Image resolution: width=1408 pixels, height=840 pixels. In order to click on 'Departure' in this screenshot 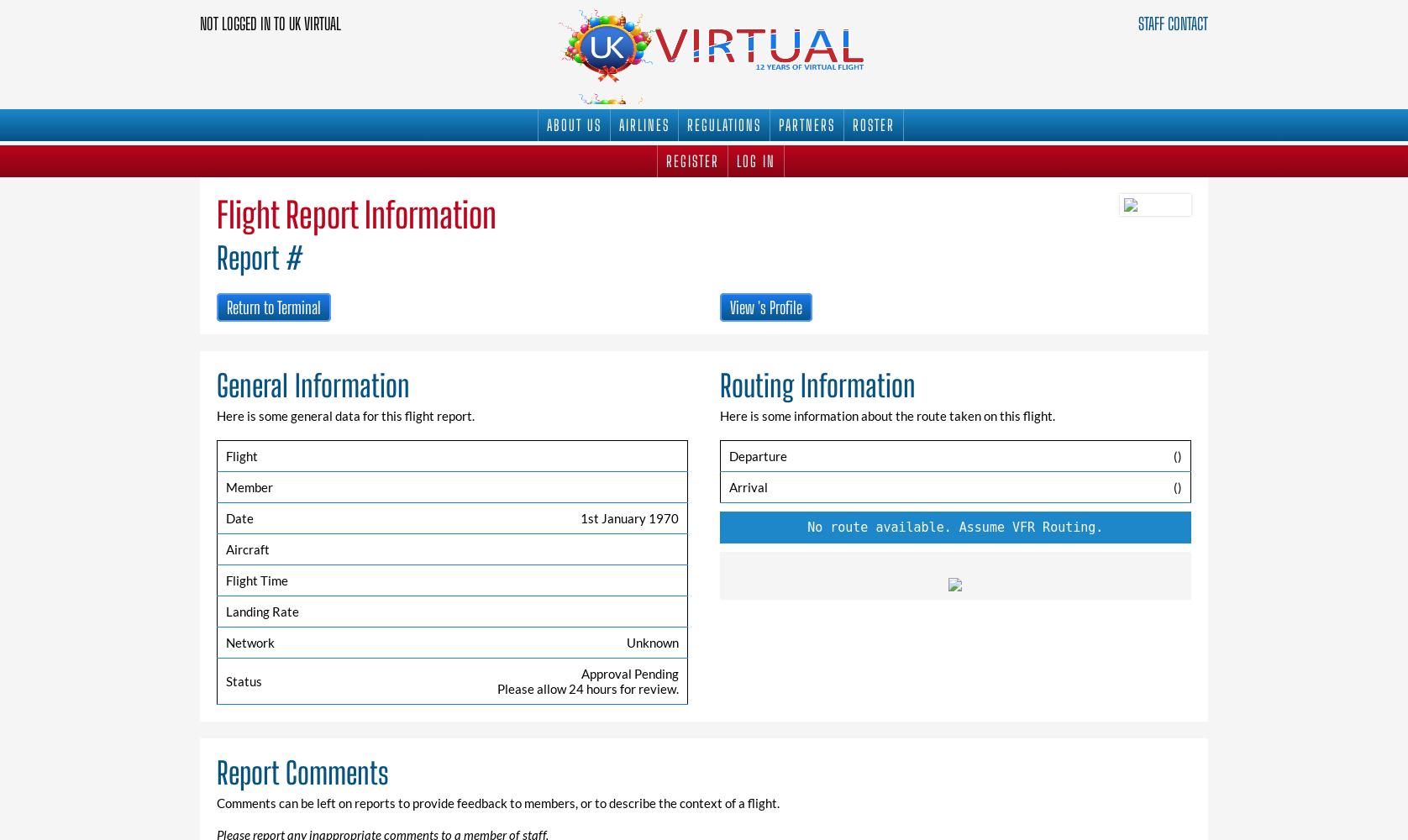, I will do `click(728, 456)`.